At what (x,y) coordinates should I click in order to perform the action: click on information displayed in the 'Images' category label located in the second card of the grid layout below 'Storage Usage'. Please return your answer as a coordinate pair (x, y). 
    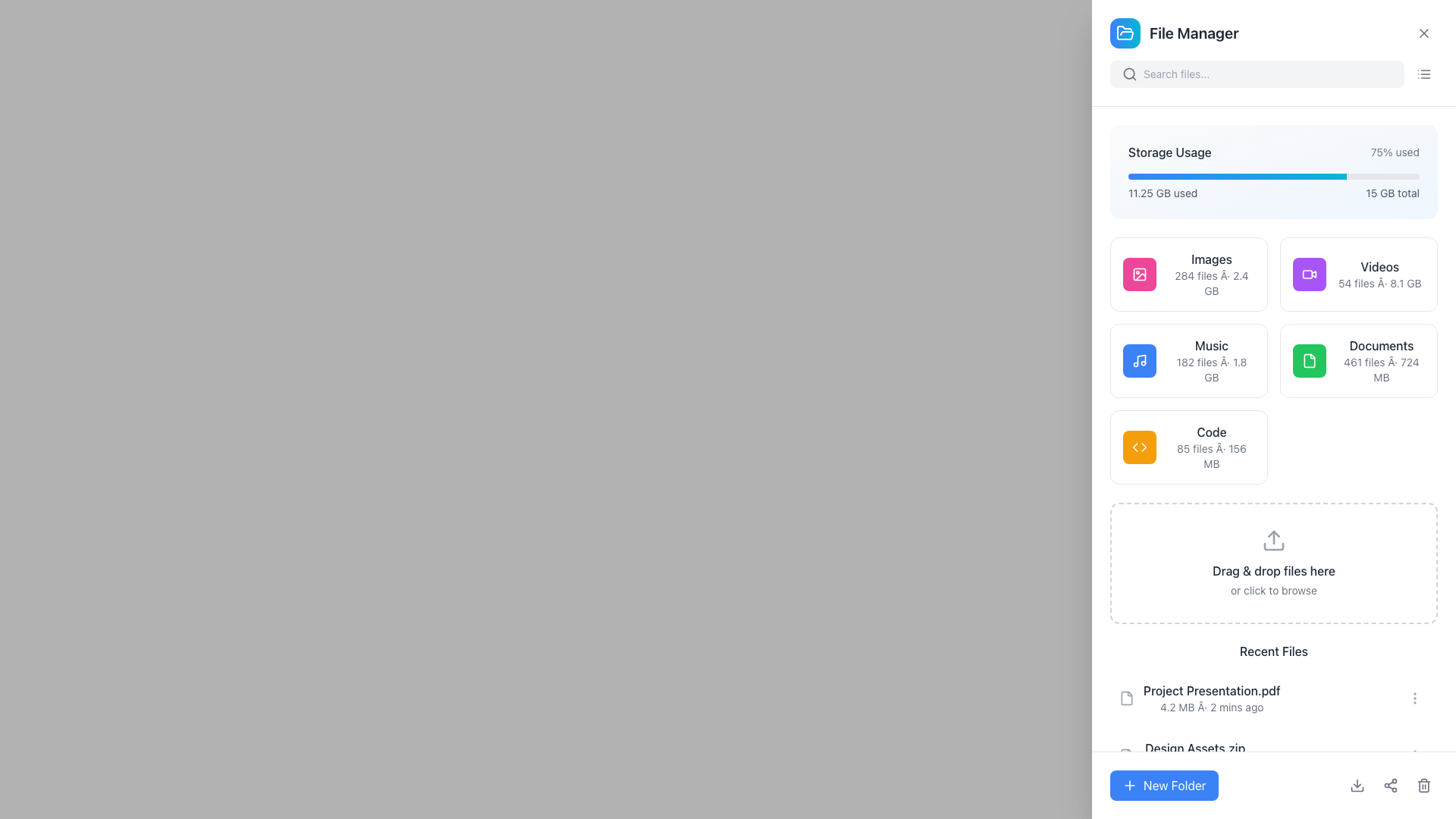
    Looking at the image, I should click on (1211, 275).